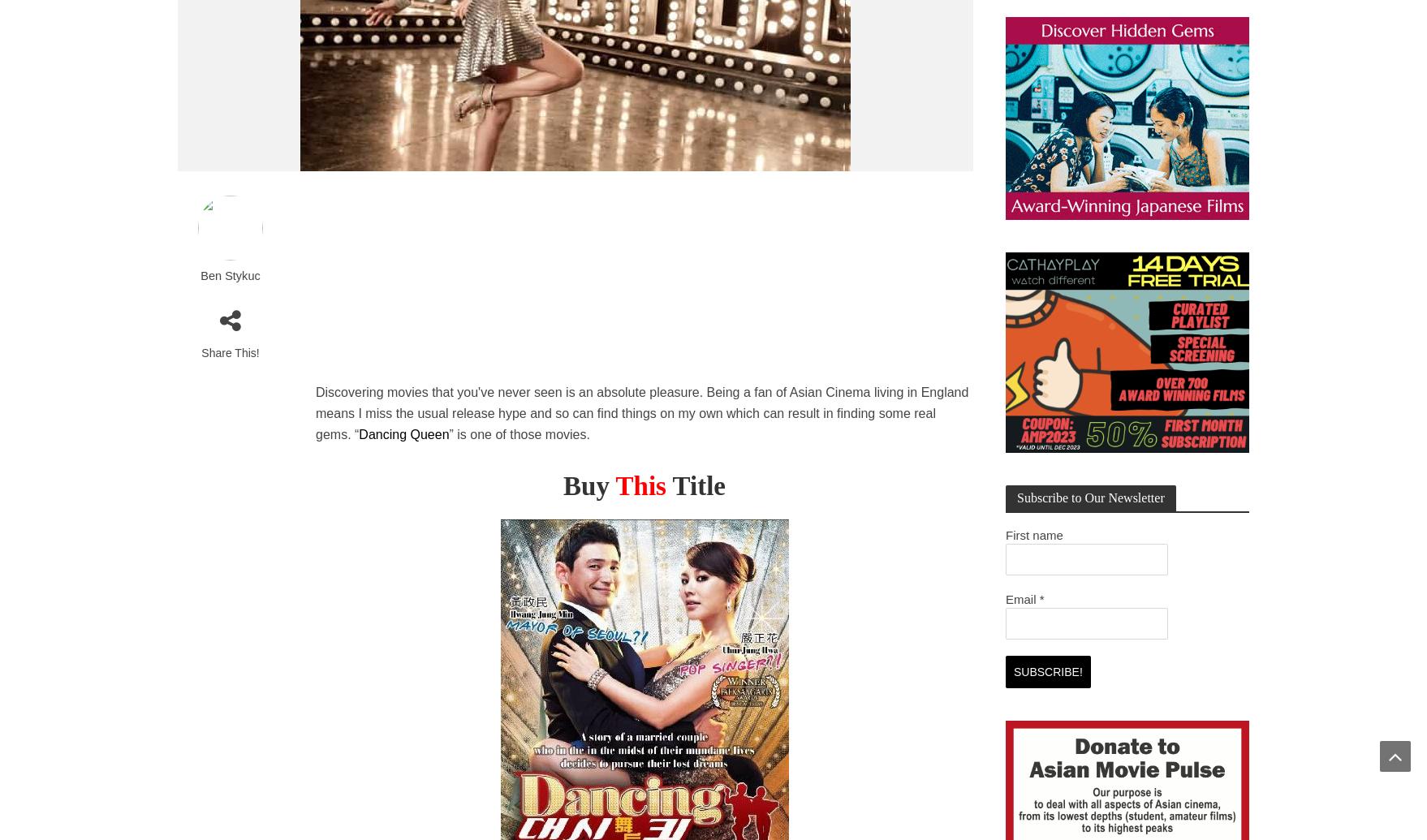 The image size is (1427, 840). Describe the element at coordinates (1041, 598) in the screenshot. I see `'*'` at that location.